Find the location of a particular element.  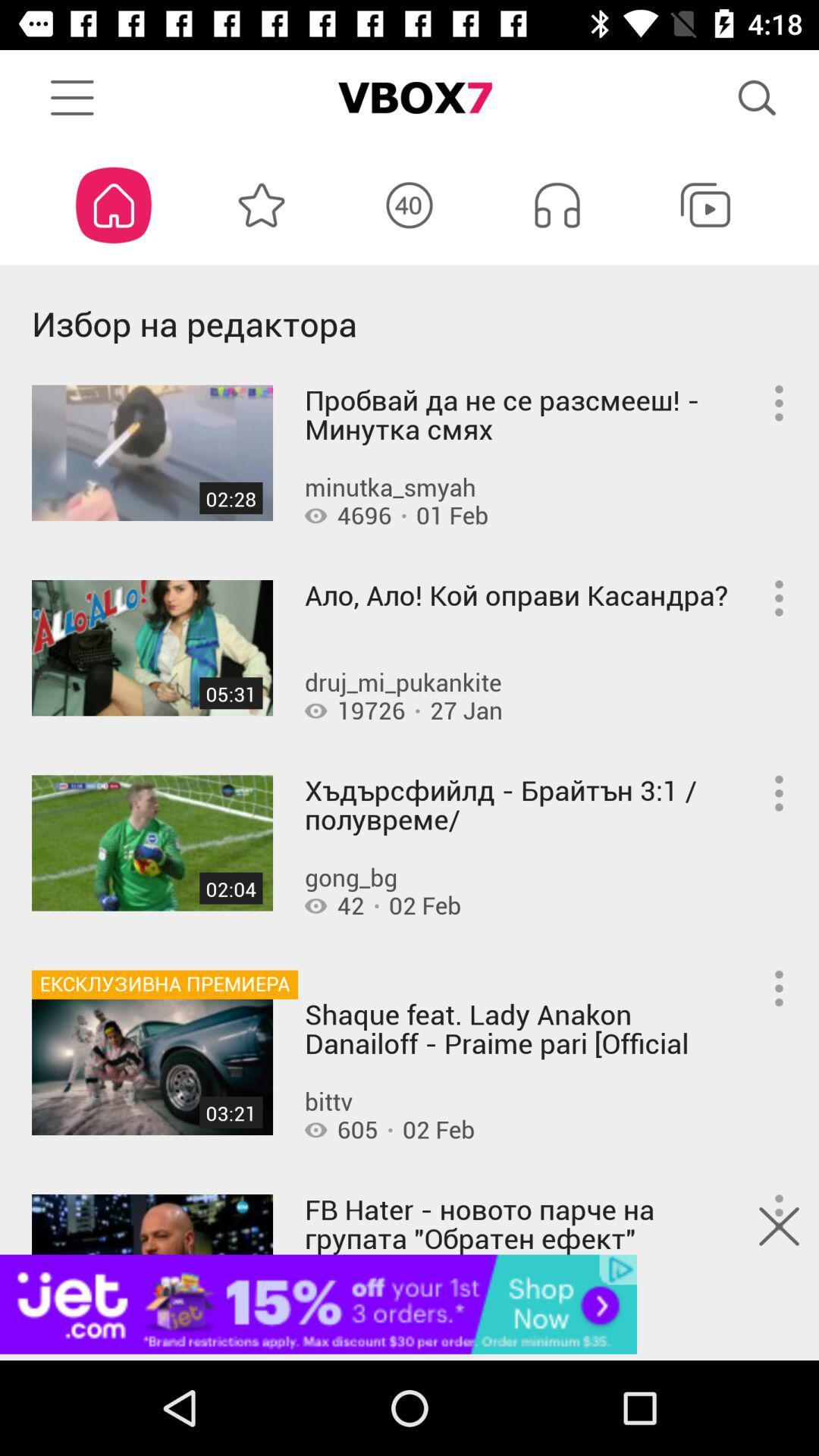

the close icon is located at coordinates (779, 1226).